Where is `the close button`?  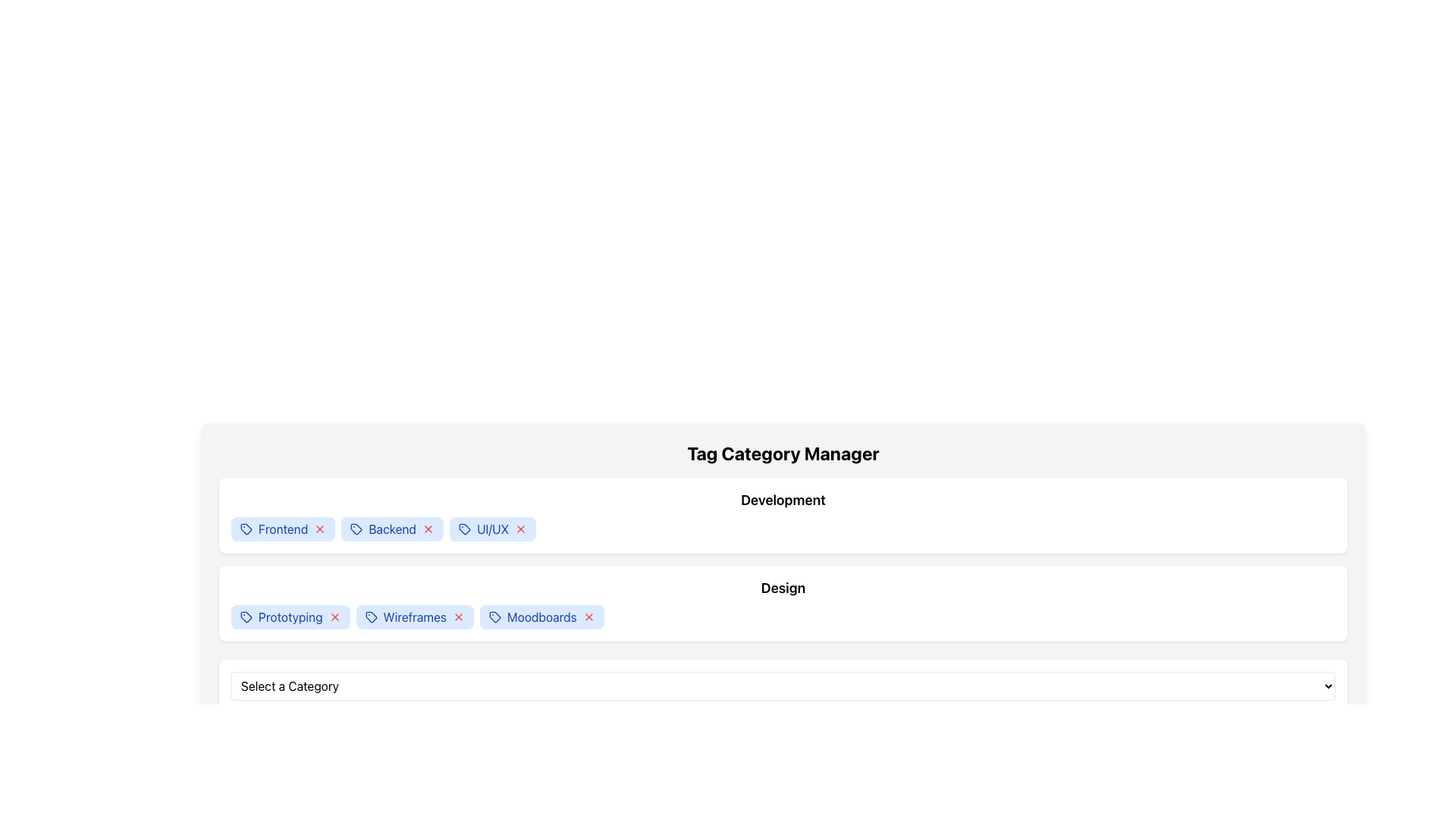
the close button is located at coordinates (521, 529).